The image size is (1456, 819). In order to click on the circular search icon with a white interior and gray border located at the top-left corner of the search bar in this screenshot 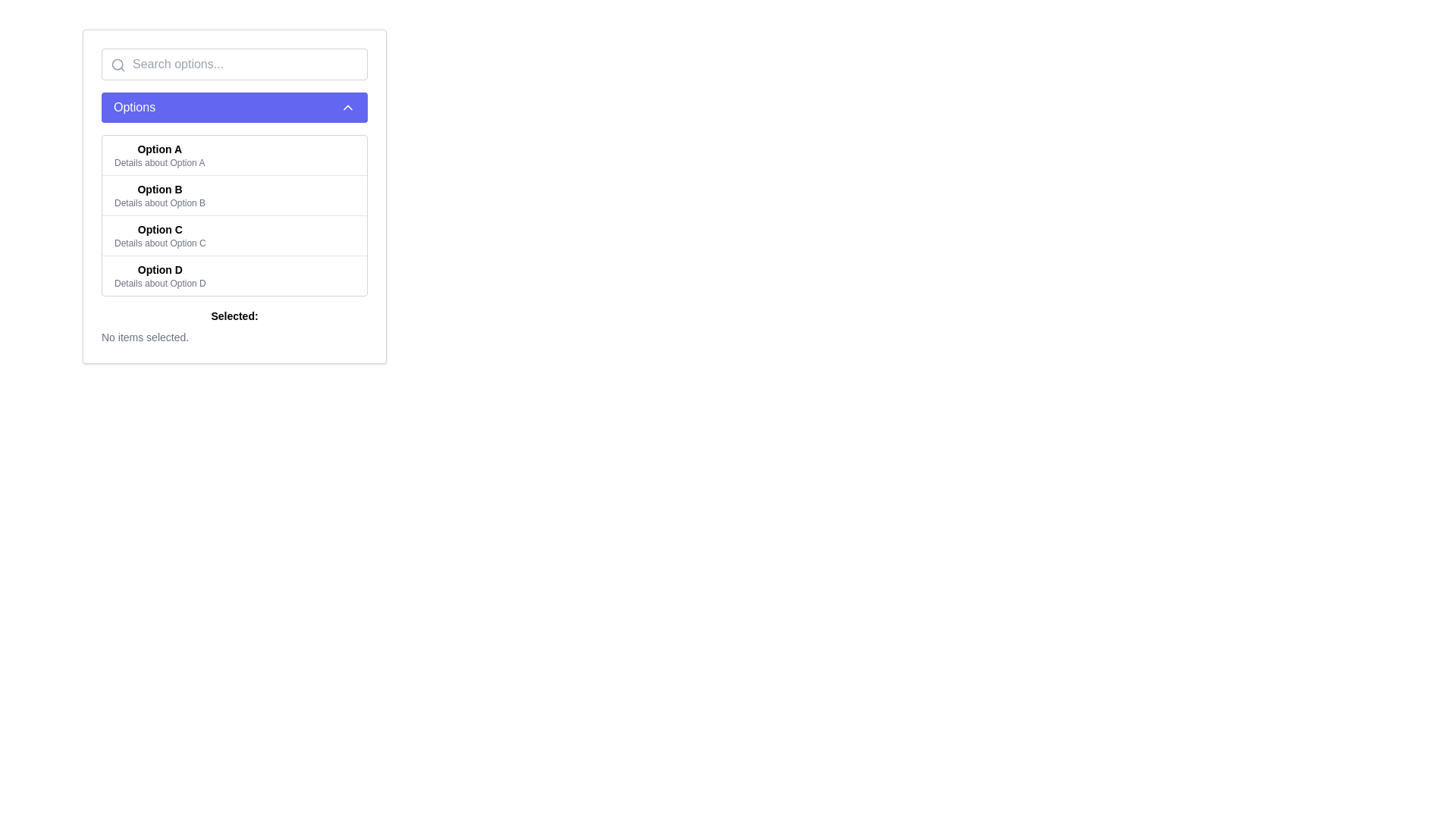, I will do `click(117, 64)`.